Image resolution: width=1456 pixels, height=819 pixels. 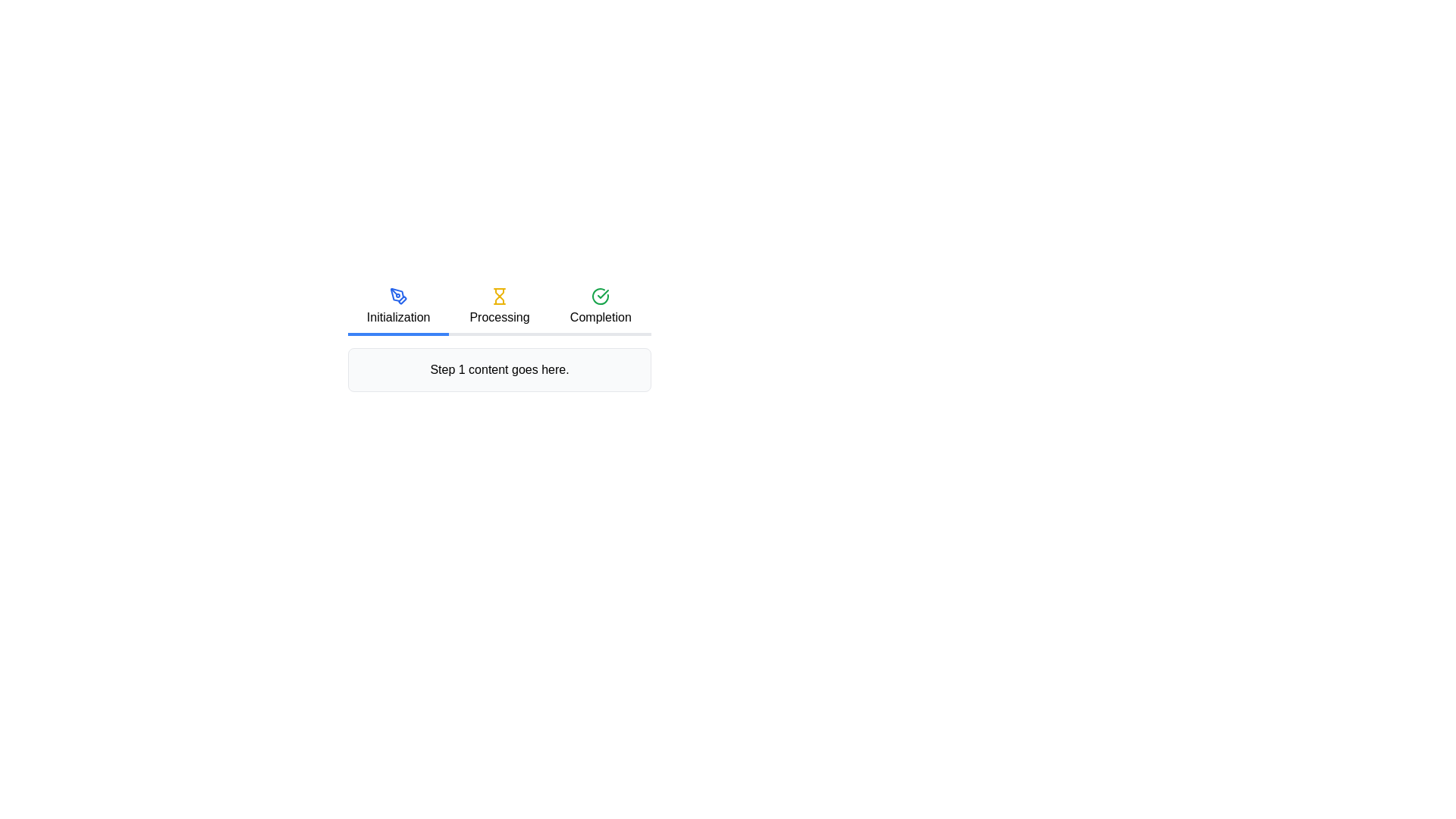 I want to click on the 'Processing' step label in the three-step progress bar, so click(x=499, y=317).